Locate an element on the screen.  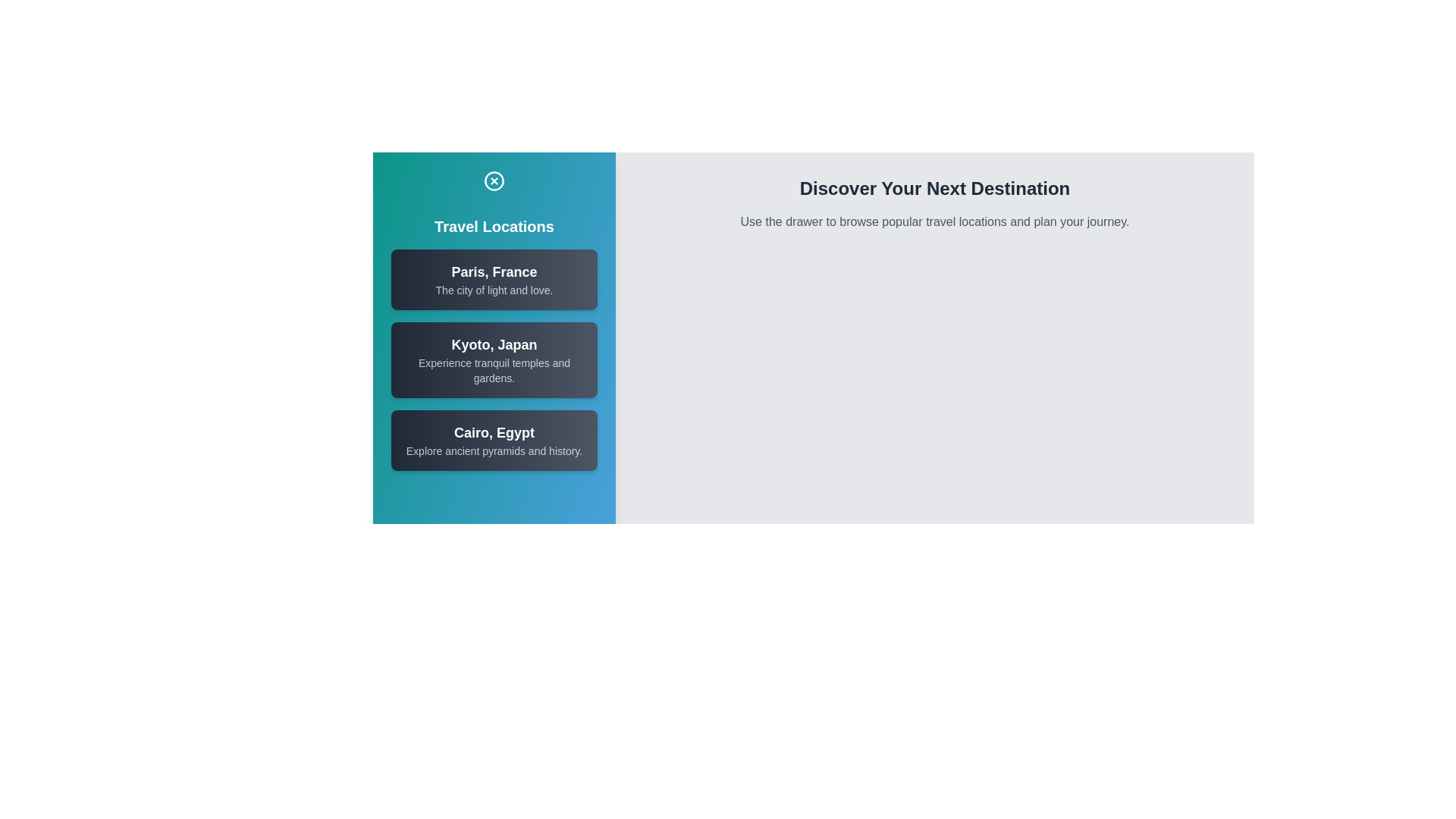
the location item corresponding to Cairo, Egypt is located at coordinates (494, 441).